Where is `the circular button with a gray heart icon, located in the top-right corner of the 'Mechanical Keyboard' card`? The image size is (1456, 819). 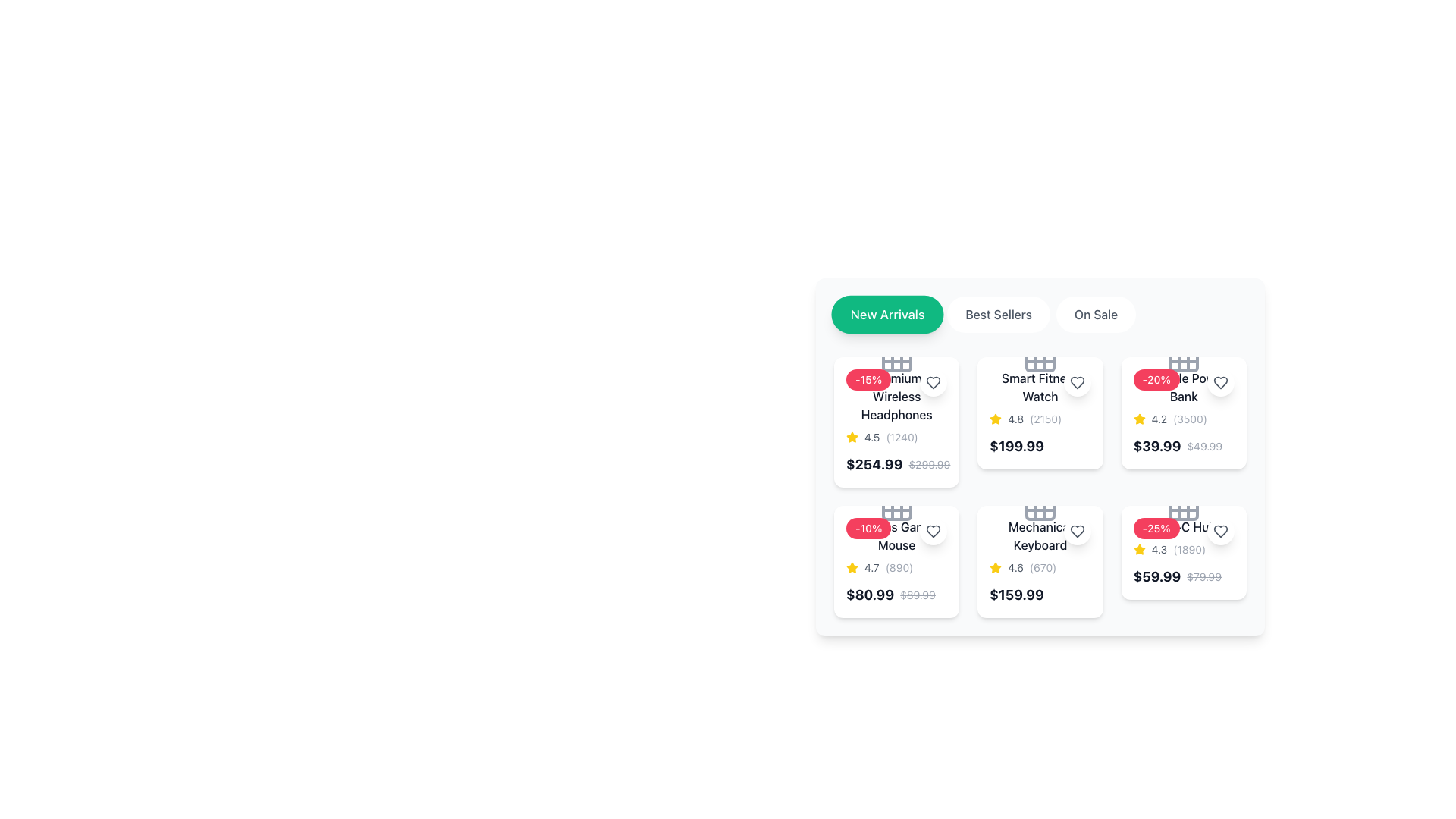
the circular button with a gray heart icon, located in the top-right corner of the 'Mechanical Keyboard' card is located at coordinates (1076, 531).